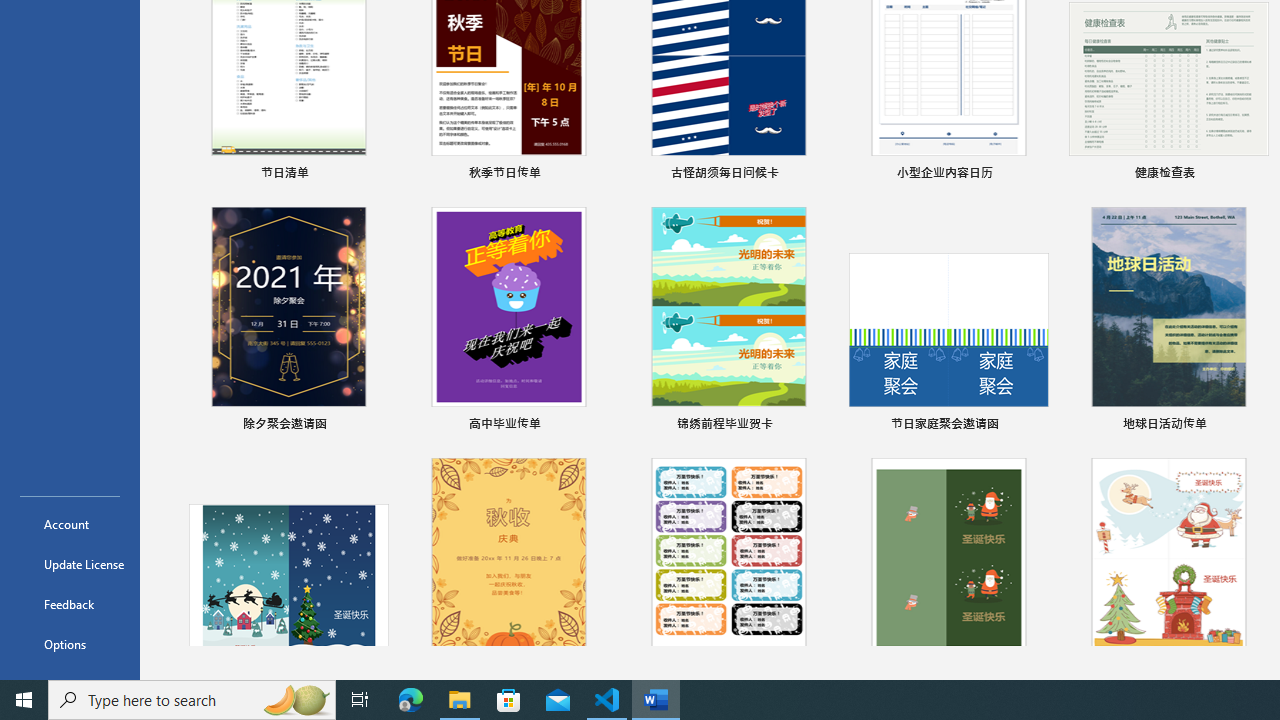 The width and height of the screenshot is (1280, 720). I want to click on 'Pin to list', so click(1254, 424).